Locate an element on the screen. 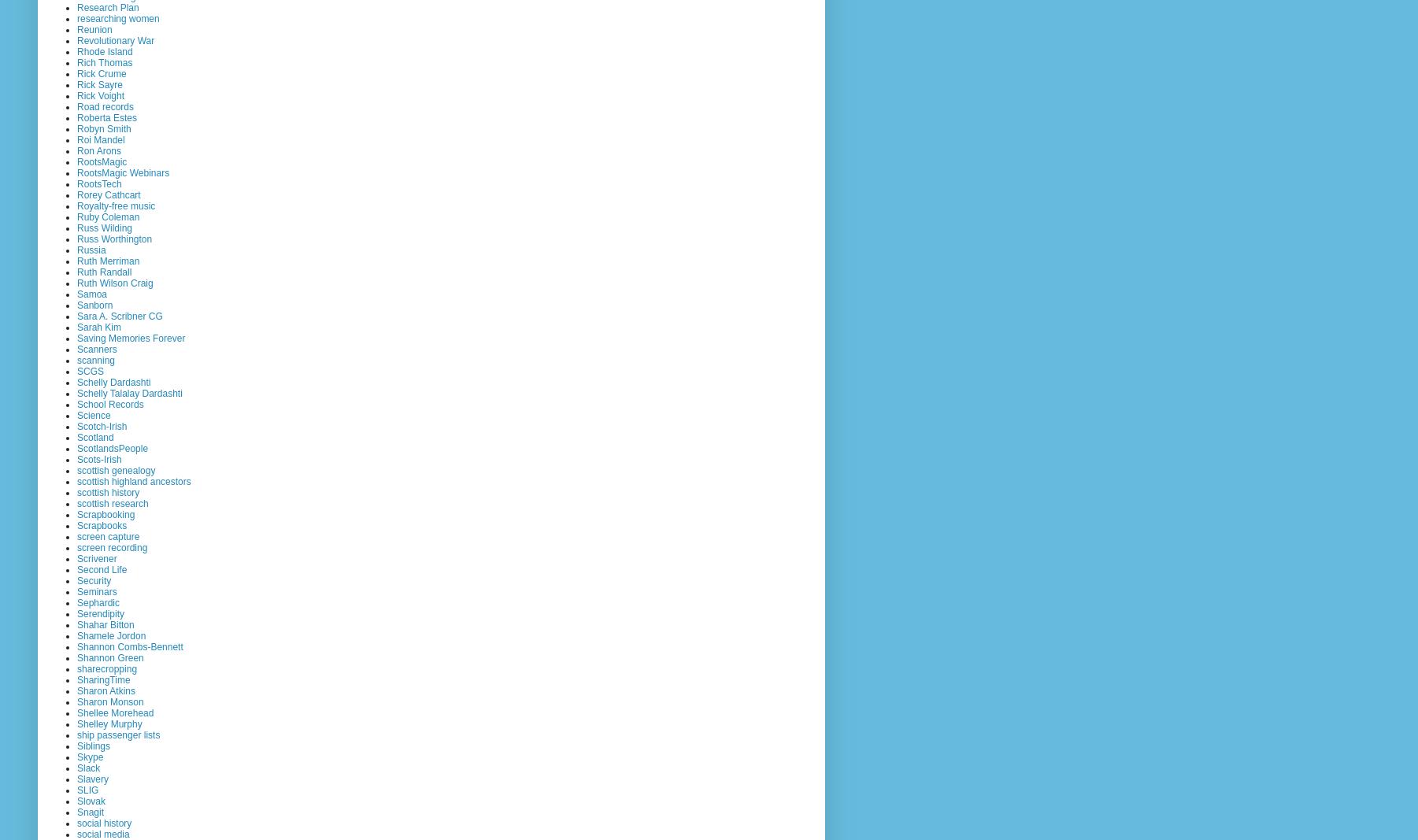  'Serendipity' is located at coordinates (101, 612).